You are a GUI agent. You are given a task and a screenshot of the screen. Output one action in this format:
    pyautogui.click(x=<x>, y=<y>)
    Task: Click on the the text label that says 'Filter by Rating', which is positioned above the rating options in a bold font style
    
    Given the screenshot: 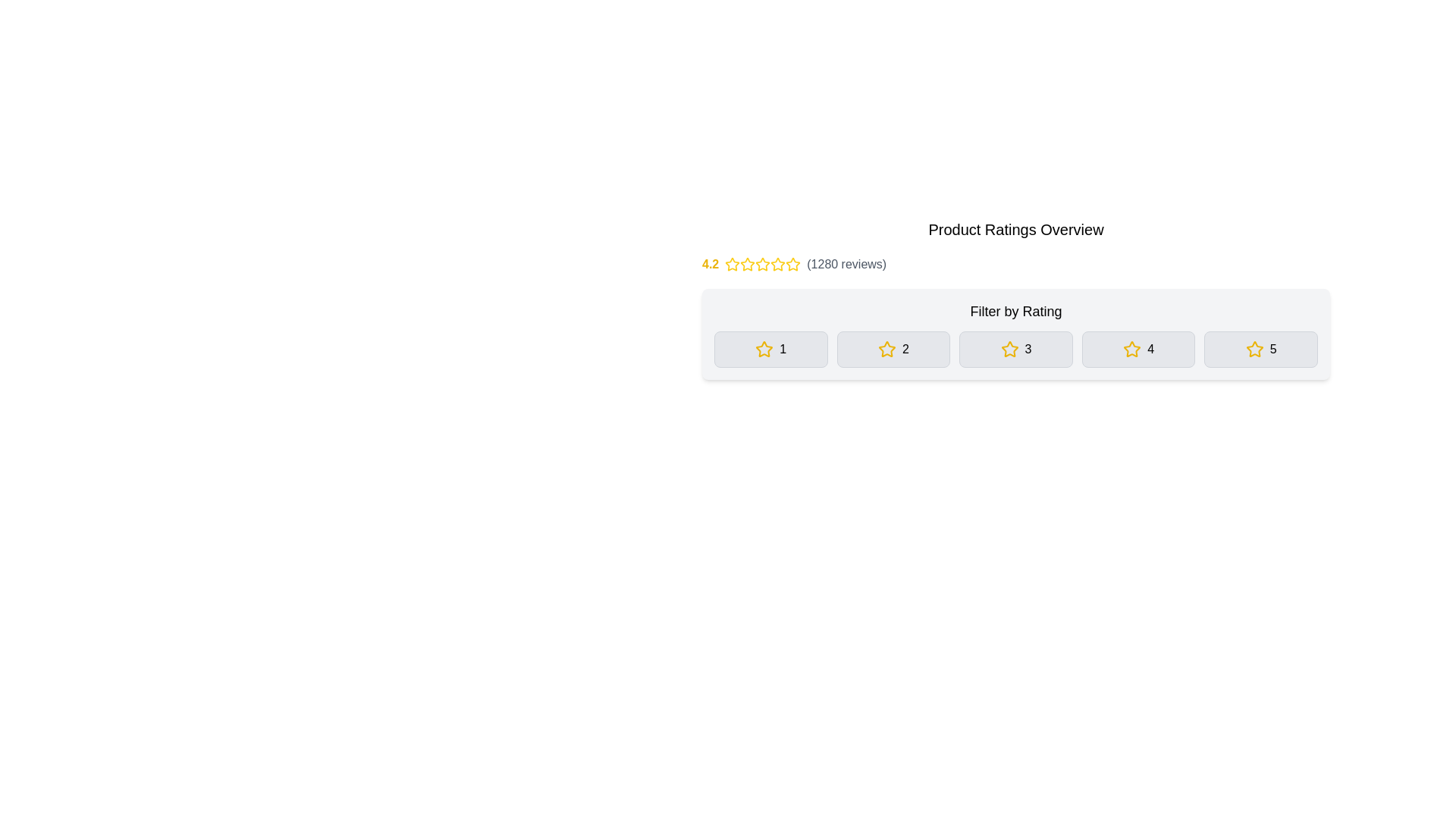 What is the action you would take?
    pyautogui.click(x=1015, y=311)
    